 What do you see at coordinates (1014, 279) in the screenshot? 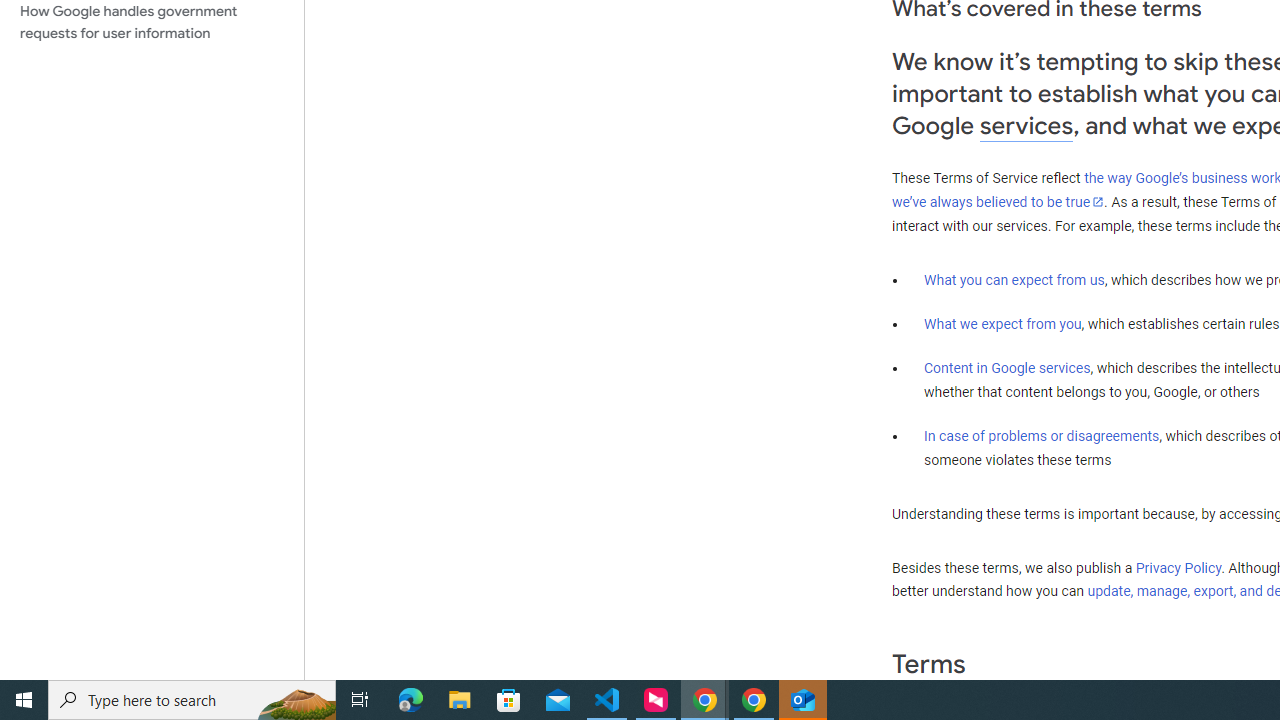
I see `'What you can expect from us'` at bounding box center [1014, 279].